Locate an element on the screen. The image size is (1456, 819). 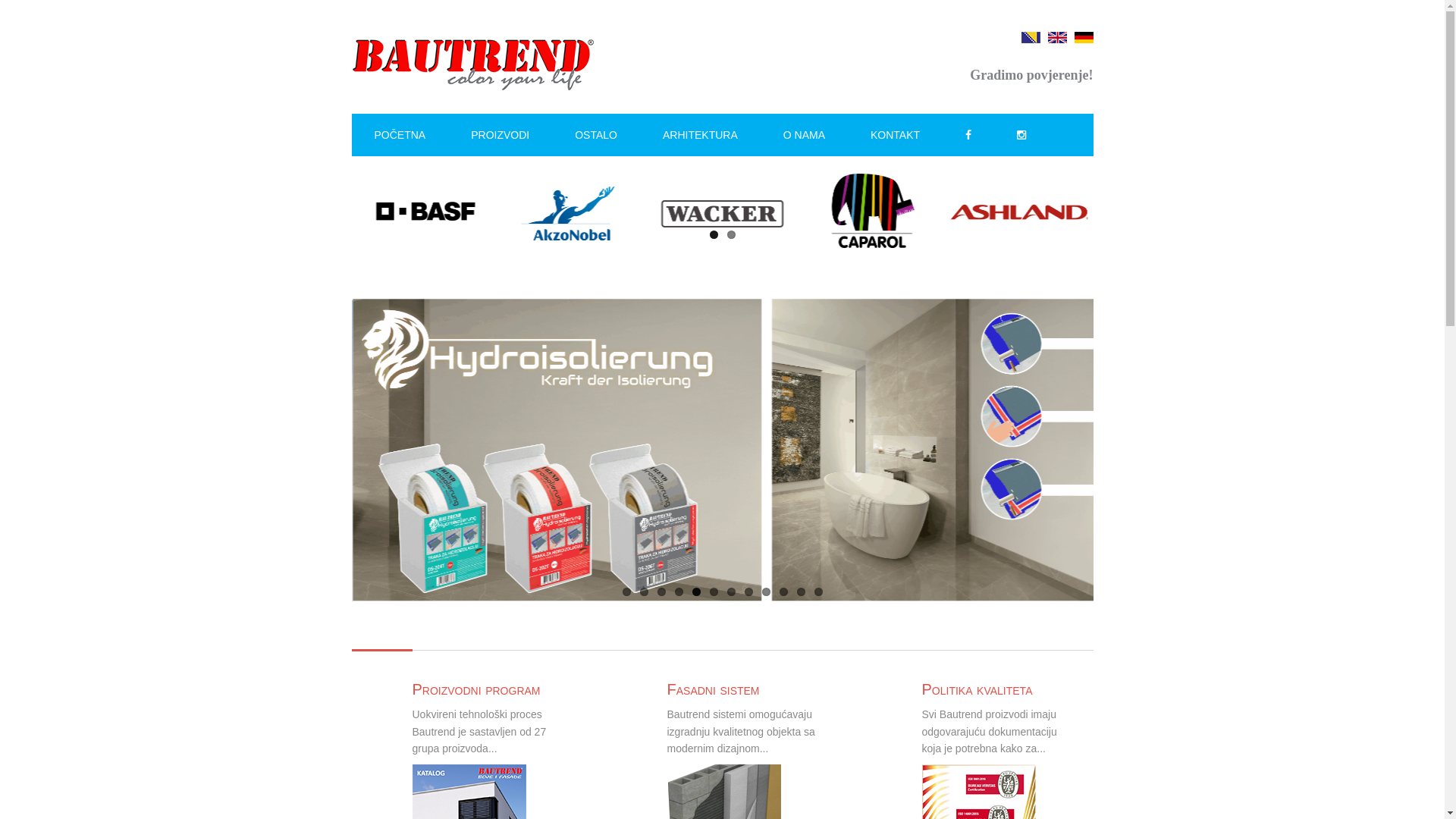
'12' is located at coordinates (817, 591).